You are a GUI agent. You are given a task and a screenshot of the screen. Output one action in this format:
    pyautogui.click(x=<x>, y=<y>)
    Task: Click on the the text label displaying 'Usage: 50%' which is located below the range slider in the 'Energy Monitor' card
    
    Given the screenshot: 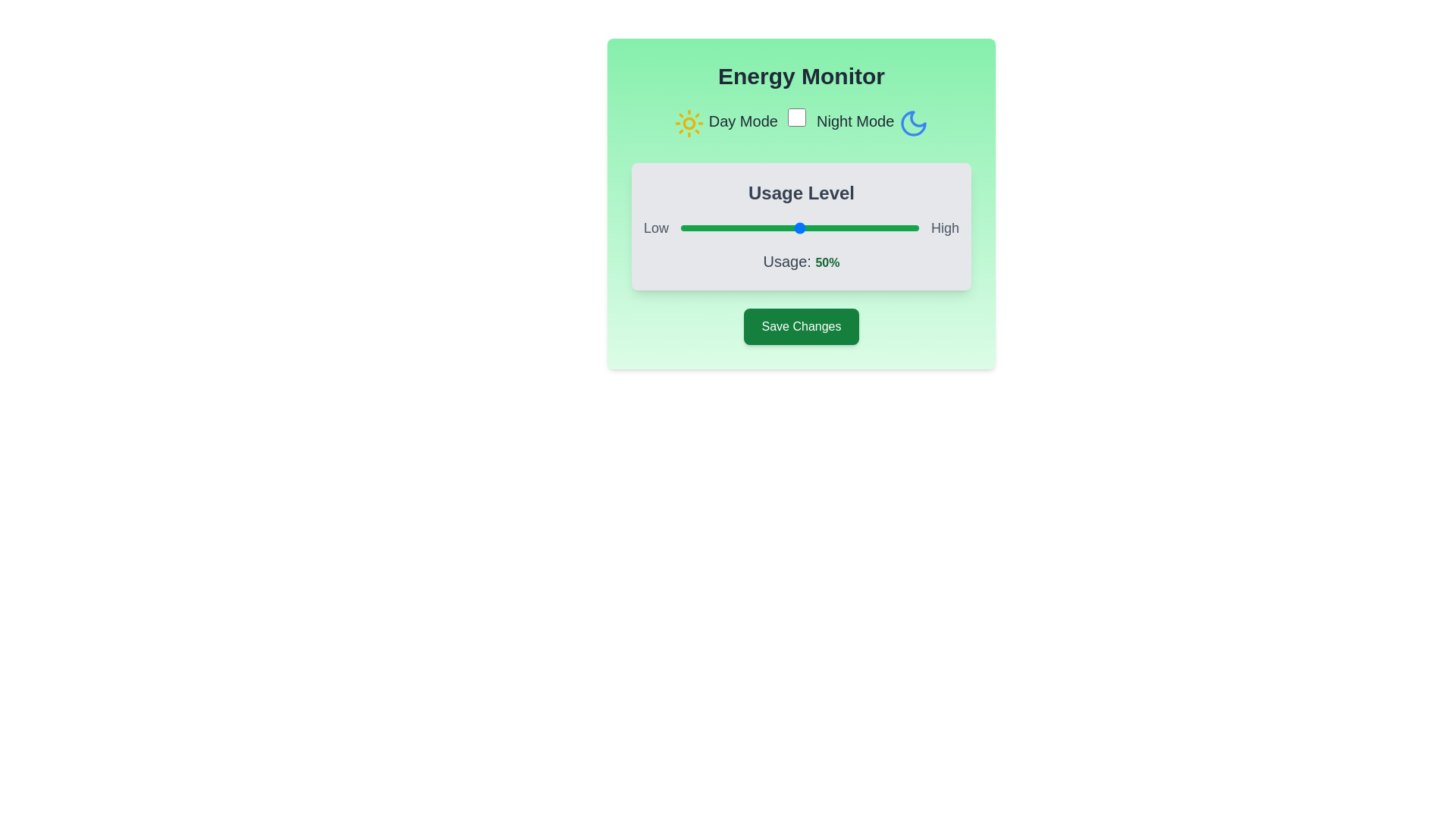 What is the action you would take?
    pyautogui.click(x=800, y=260)
    